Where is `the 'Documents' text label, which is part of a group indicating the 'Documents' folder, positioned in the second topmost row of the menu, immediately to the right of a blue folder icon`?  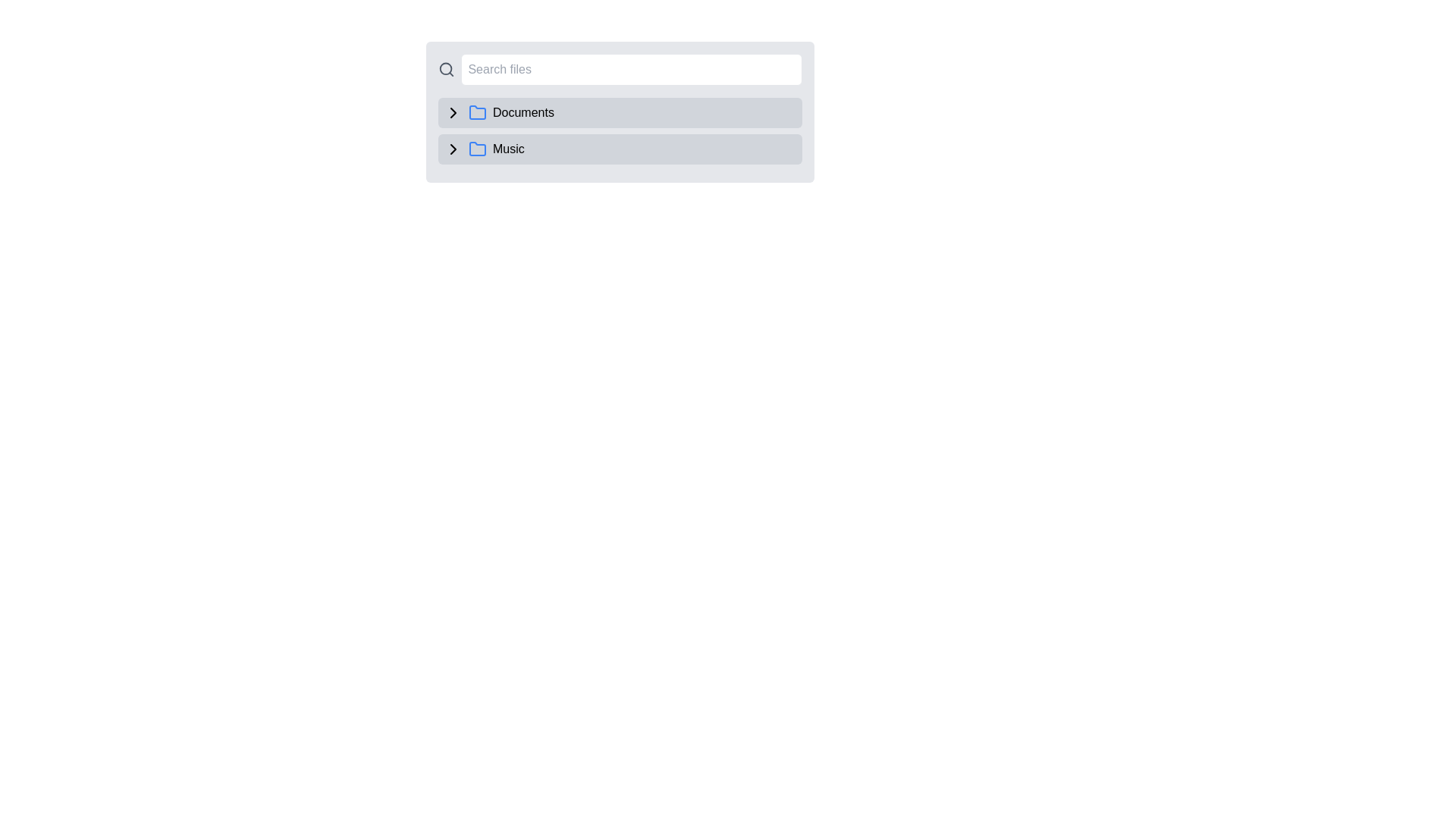 the 'Documents' text label, which is part of a group indicating the 'Documents' folder, positioned in the second topmost row of the menu, immediately to the right of a blue folder icon is located at coordinates (523, 112).